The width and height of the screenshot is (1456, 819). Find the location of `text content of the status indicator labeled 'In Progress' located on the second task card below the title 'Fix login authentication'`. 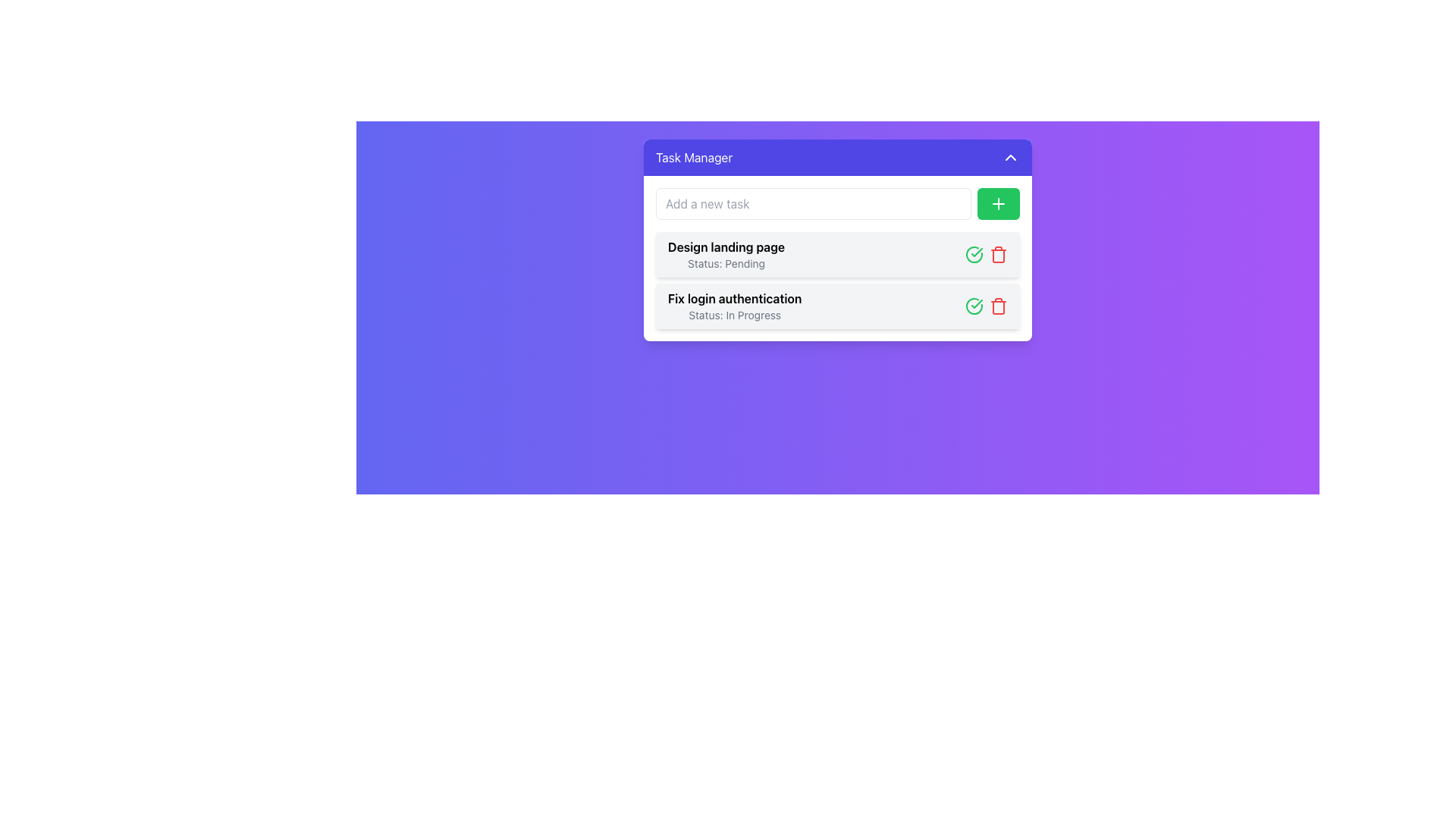

text content of the status indicator labeled 'In Progress' located on the second task card below the title 'Fix login authentication' is located at coordinates (735, 315).